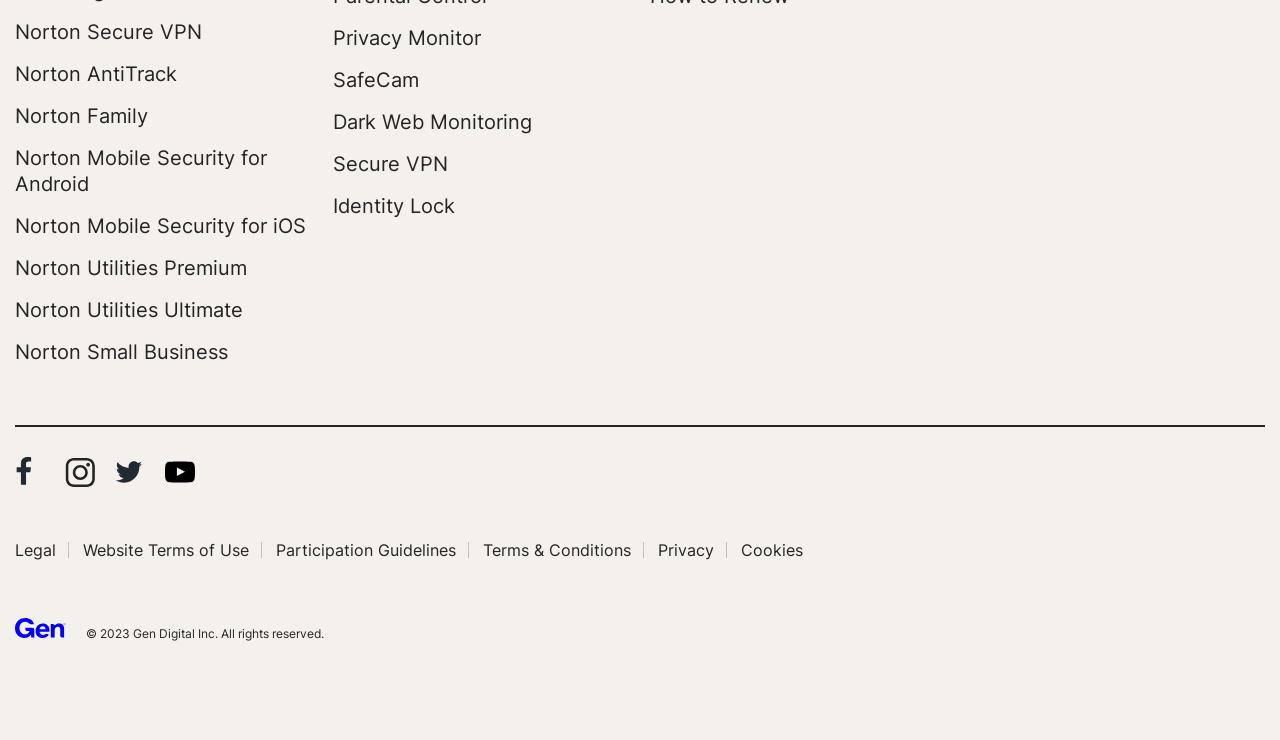  I want to click on '© 2023 Gen Digital Inc. All rights reserved.', so click(85, 632).